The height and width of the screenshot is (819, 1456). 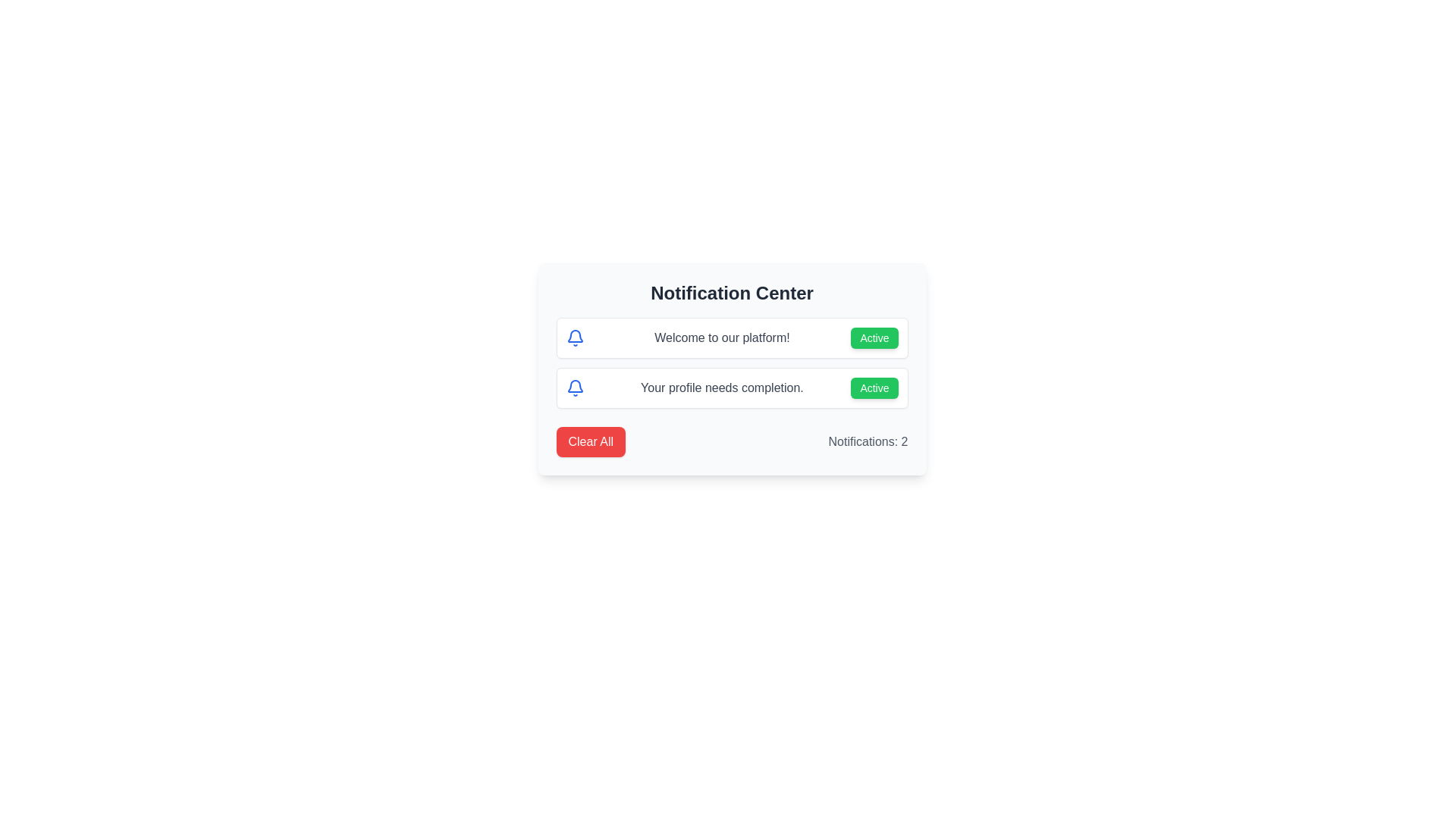 What do you see at coordinates (721, 388) in the screenshot?
I see `the text label stating 'Your profile needs completion.' which is styled in gray font and located within a notification card, specifically the second notification message` at bounding box center [721, 388].